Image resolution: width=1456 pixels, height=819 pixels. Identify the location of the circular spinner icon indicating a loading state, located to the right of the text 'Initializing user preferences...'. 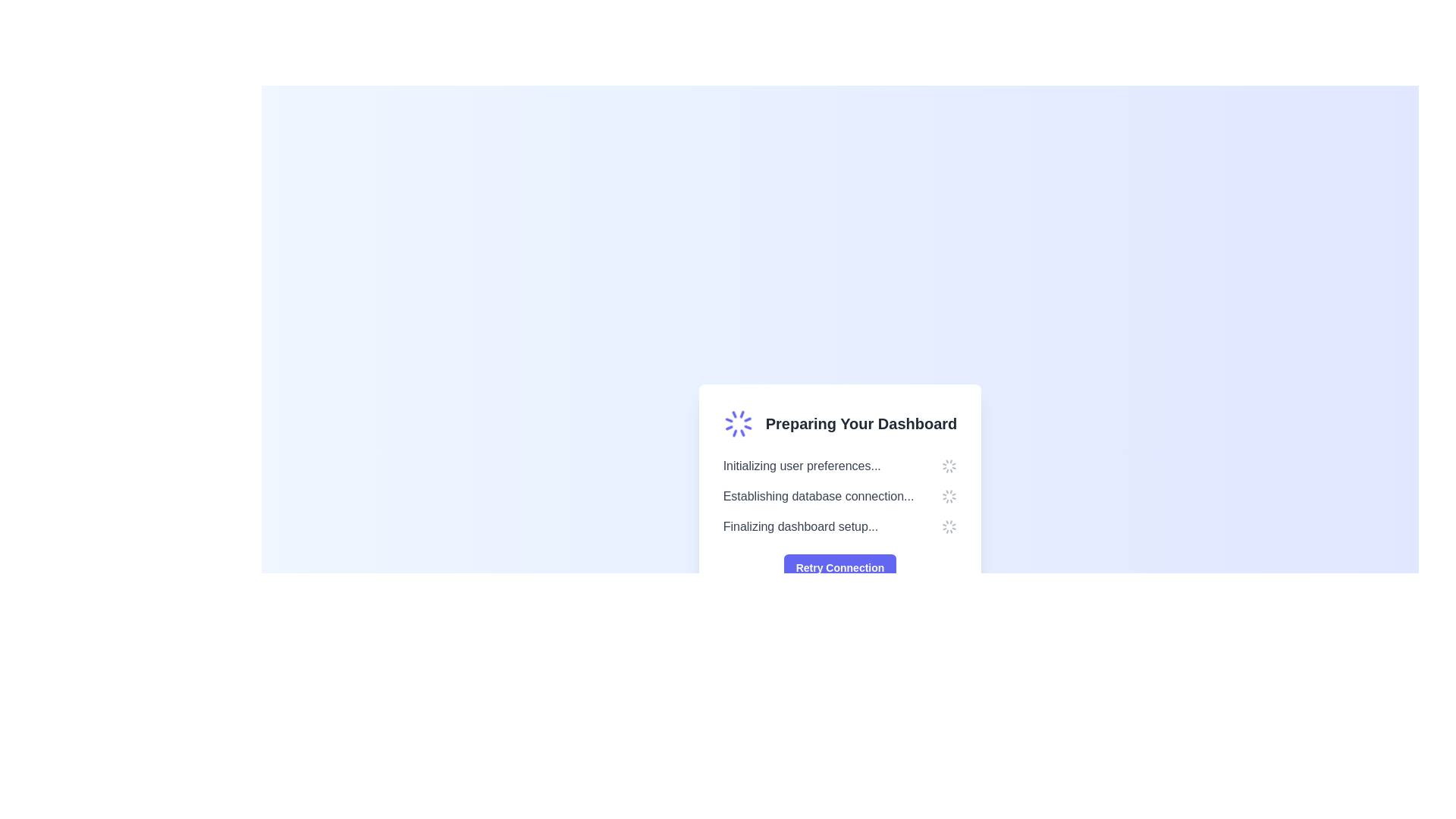
(949, 465).